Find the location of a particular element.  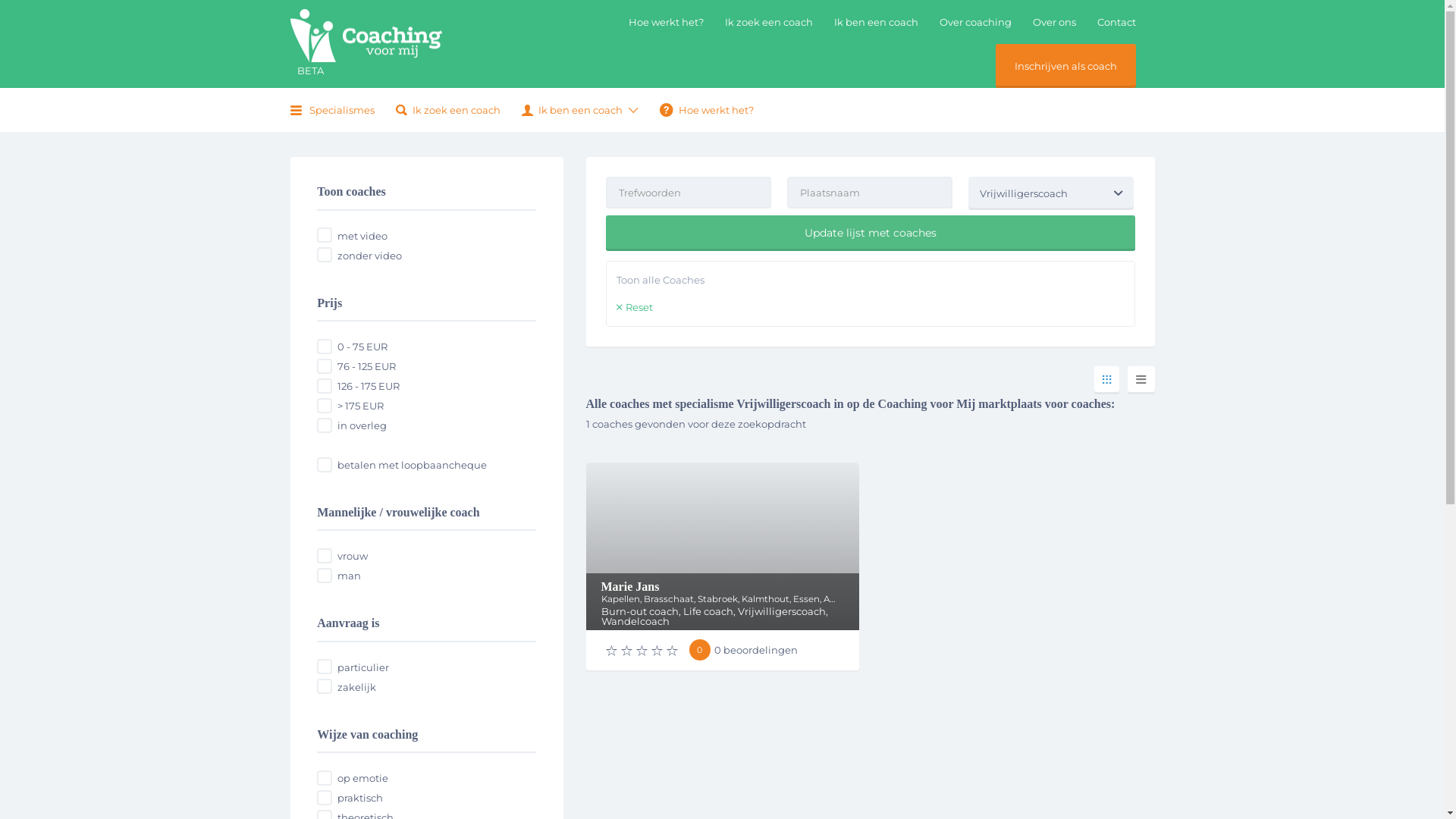

'male' is located at coordinates (323, 576).